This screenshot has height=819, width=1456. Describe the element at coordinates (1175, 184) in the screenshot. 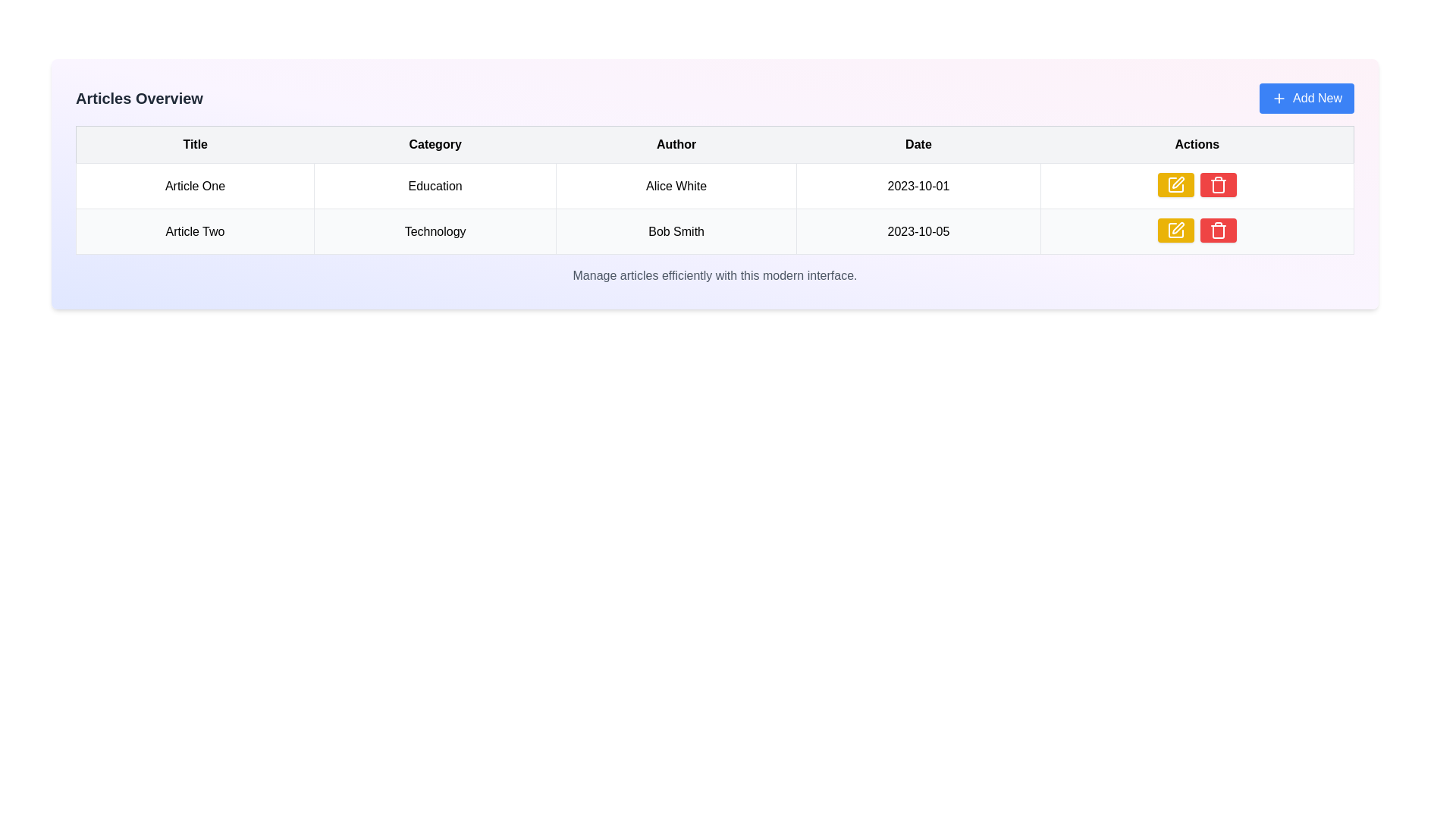

I see `the edit icon button located in the second row of the table under the 'Actions' column, which is the first icon next to the red trash bin icon` at that location.